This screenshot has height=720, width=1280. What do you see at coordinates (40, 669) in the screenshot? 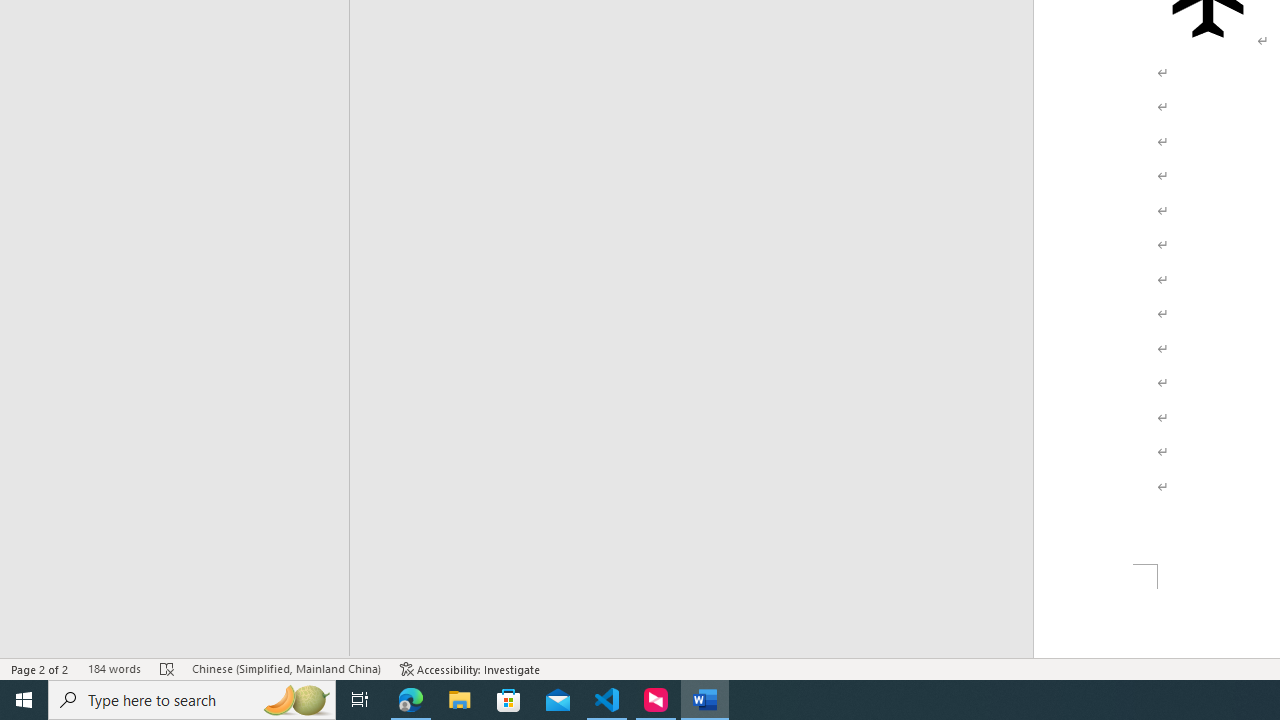
I see `'Page Number Page 2 of 2'` at bounding box center [40, 669].